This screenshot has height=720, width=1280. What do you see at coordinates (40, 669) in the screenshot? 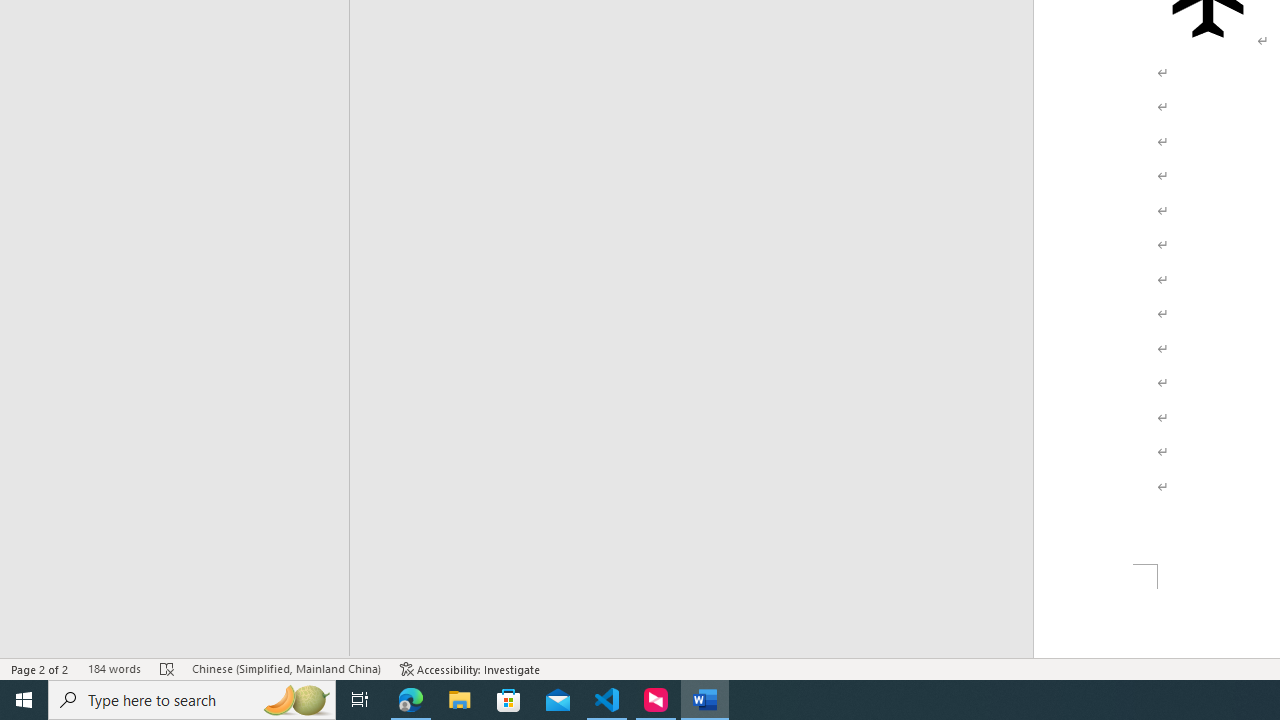
I see `'Page Number Page 2 of 2'` at bounding box center [40, 669].